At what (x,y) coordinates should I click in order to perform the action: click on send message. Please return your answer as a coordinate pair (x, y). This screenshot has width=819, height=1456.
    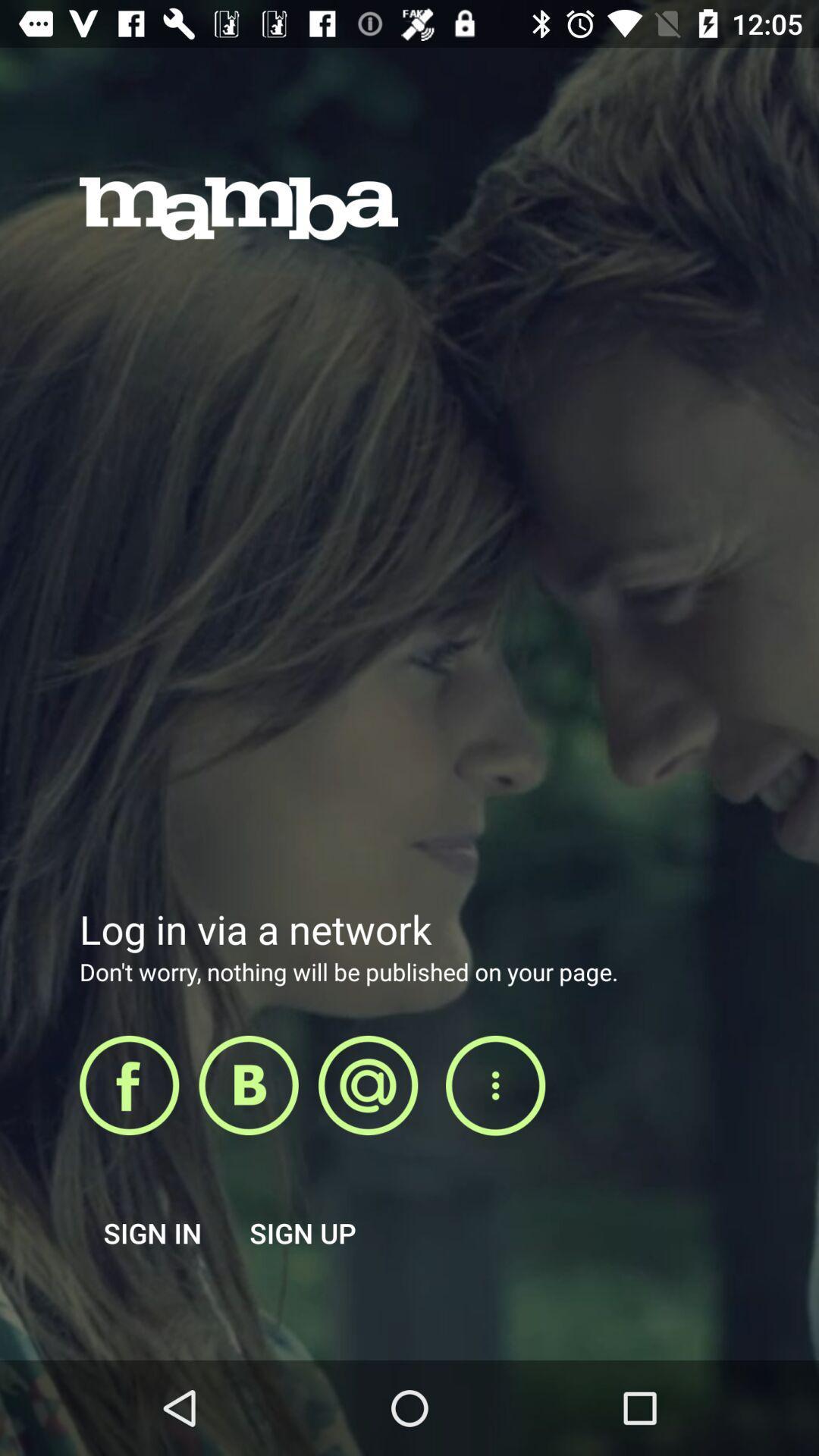
    Looking at the image, I should click on (368, 1084).